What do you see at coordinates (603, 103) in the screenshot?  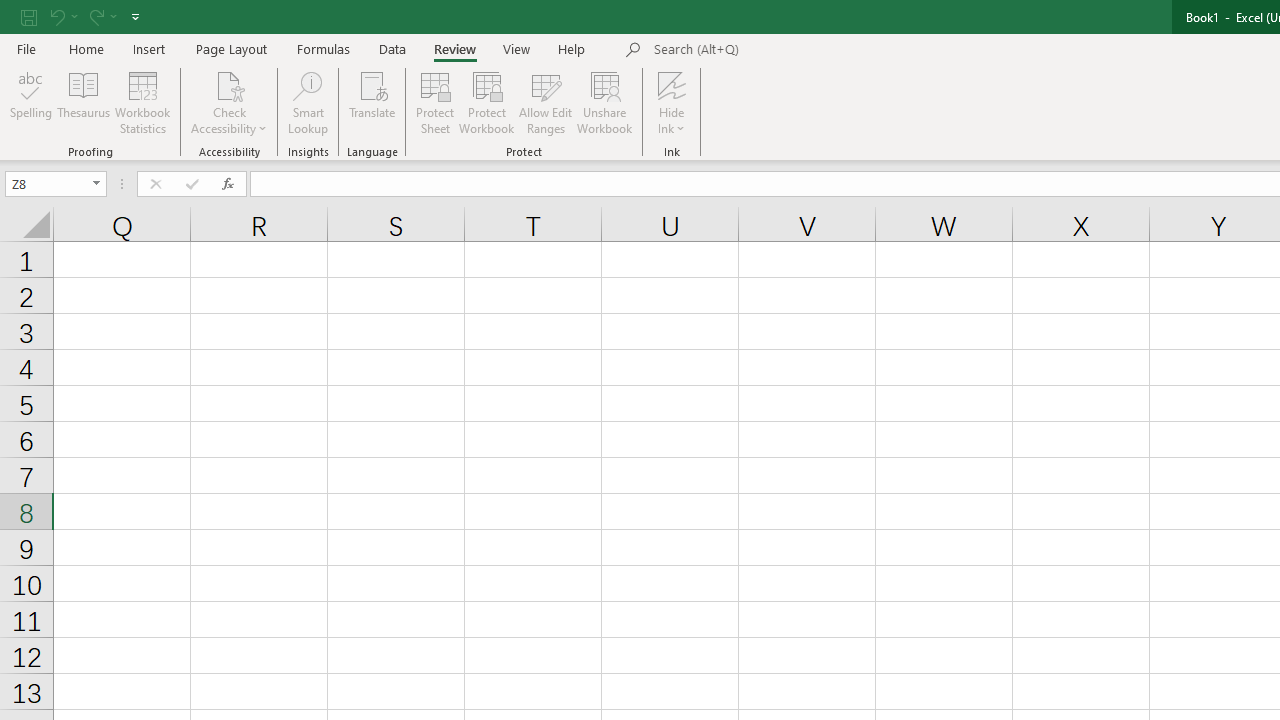 I see `'Unshare Workbook'` at bounding box center [603, 103].